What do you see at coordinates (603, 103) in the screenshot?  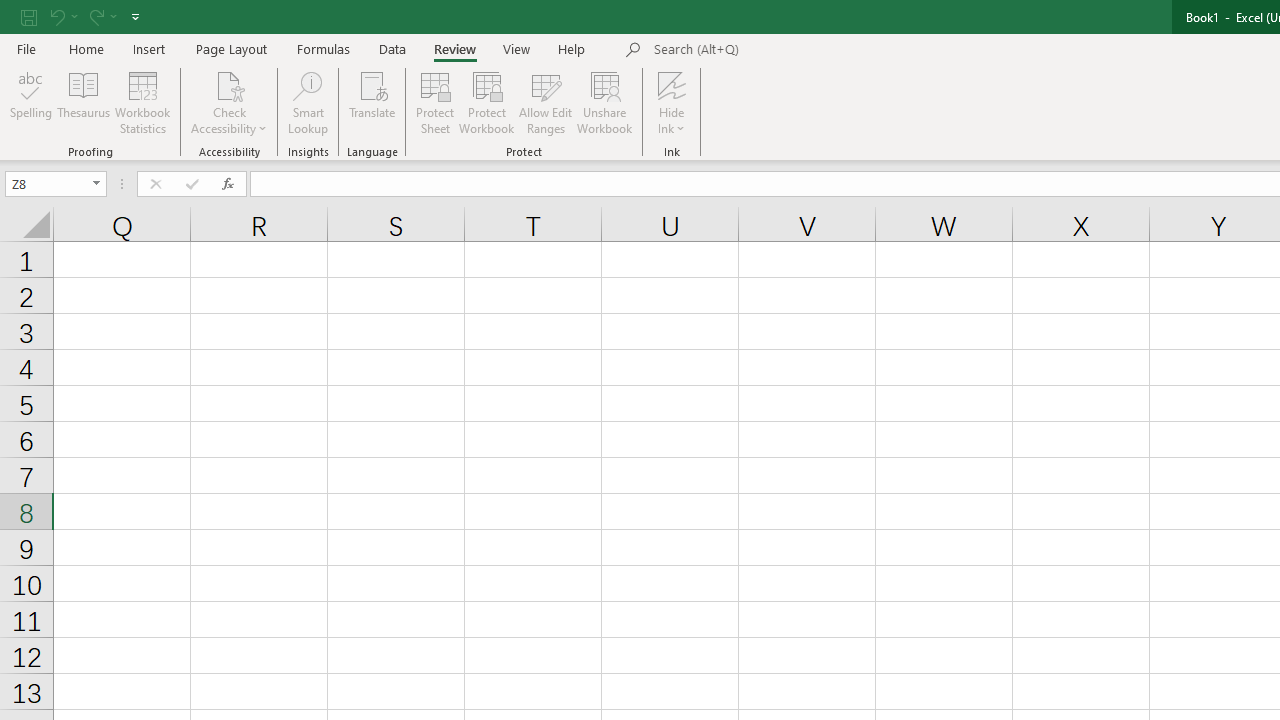 I see `'Unshare Workbook'` at bounding box center [603, 103].